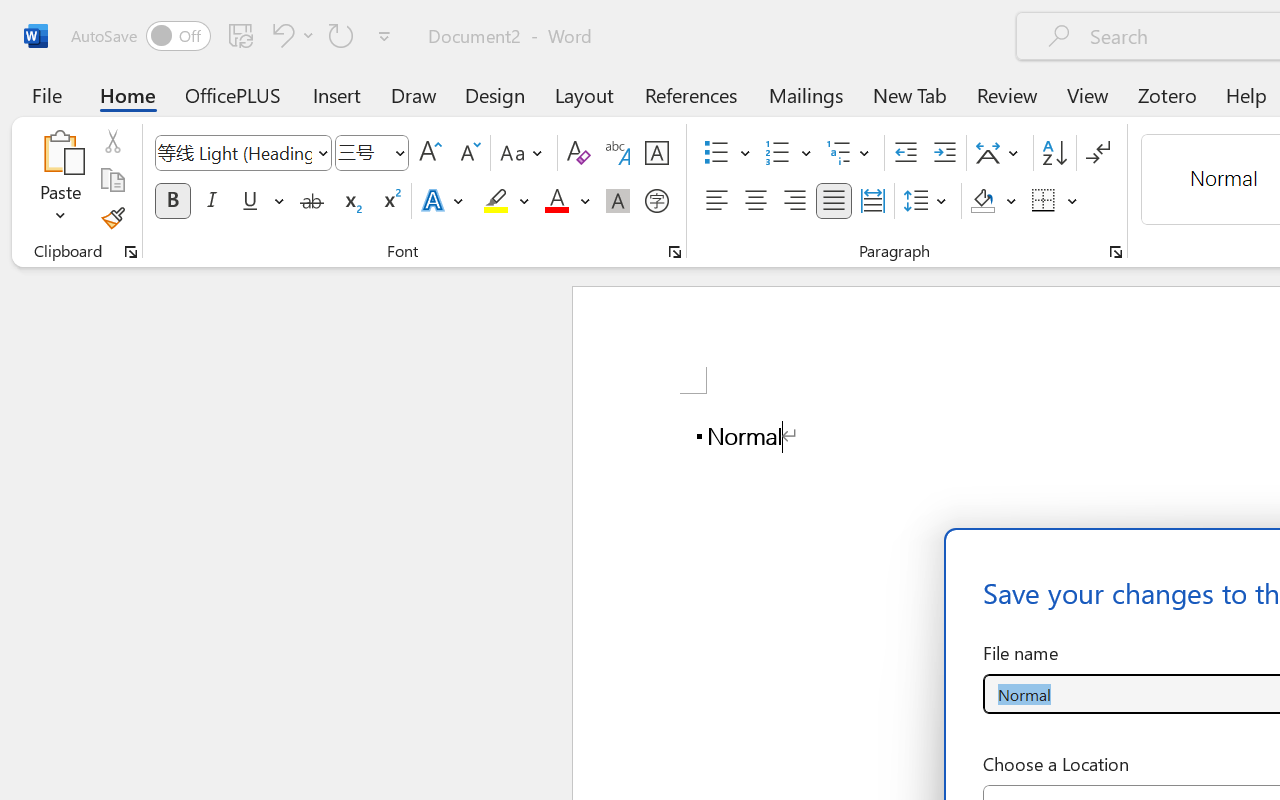 The height and width of the screenshot is (800, 1280). What do you see at coordinates (130, 251) in the screenshot?
I see `'Office Clipboard...'` at bounding box center [130, 251].